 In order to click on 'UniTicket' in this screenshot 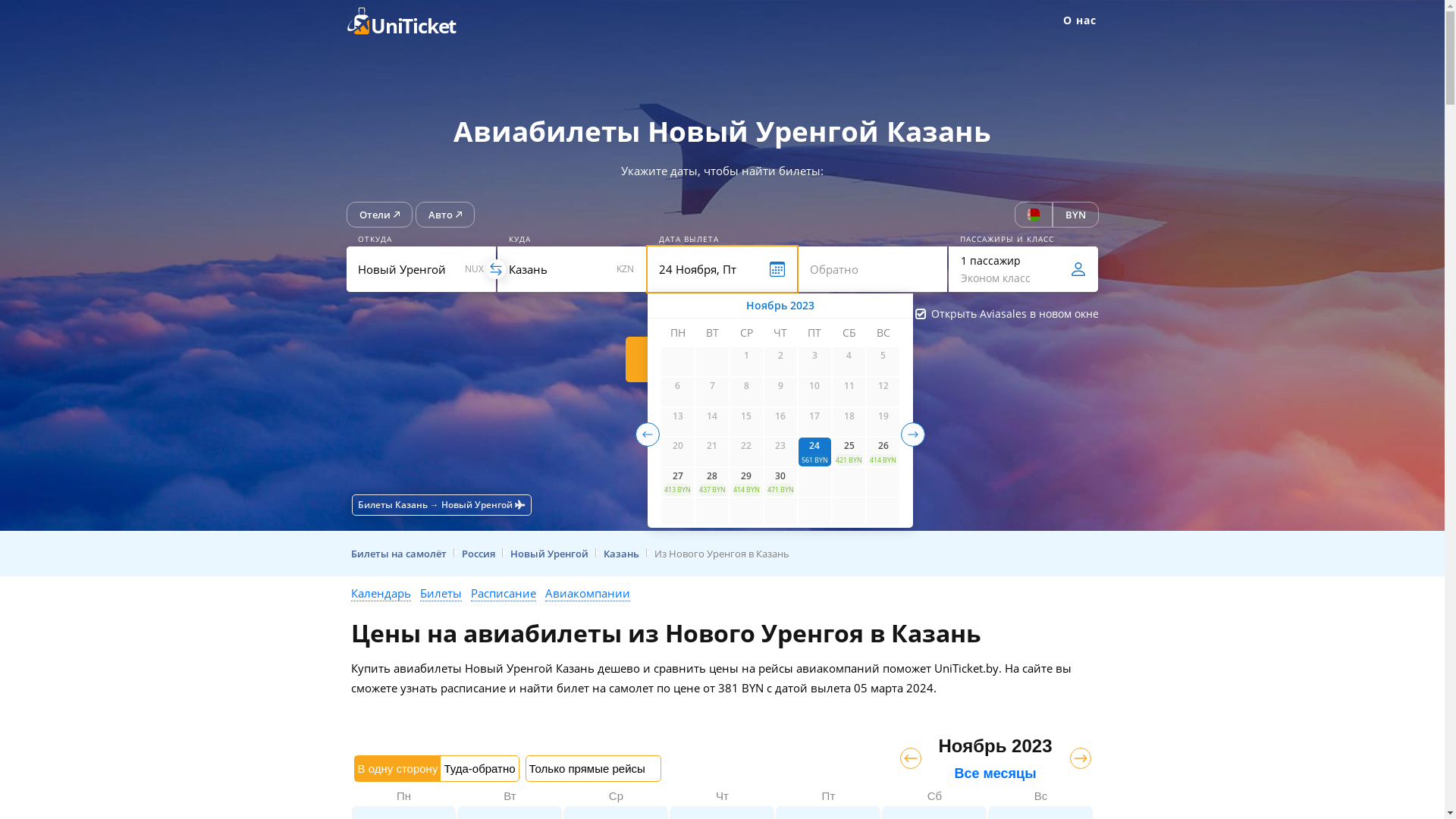, I will do `click(411, 20)`.